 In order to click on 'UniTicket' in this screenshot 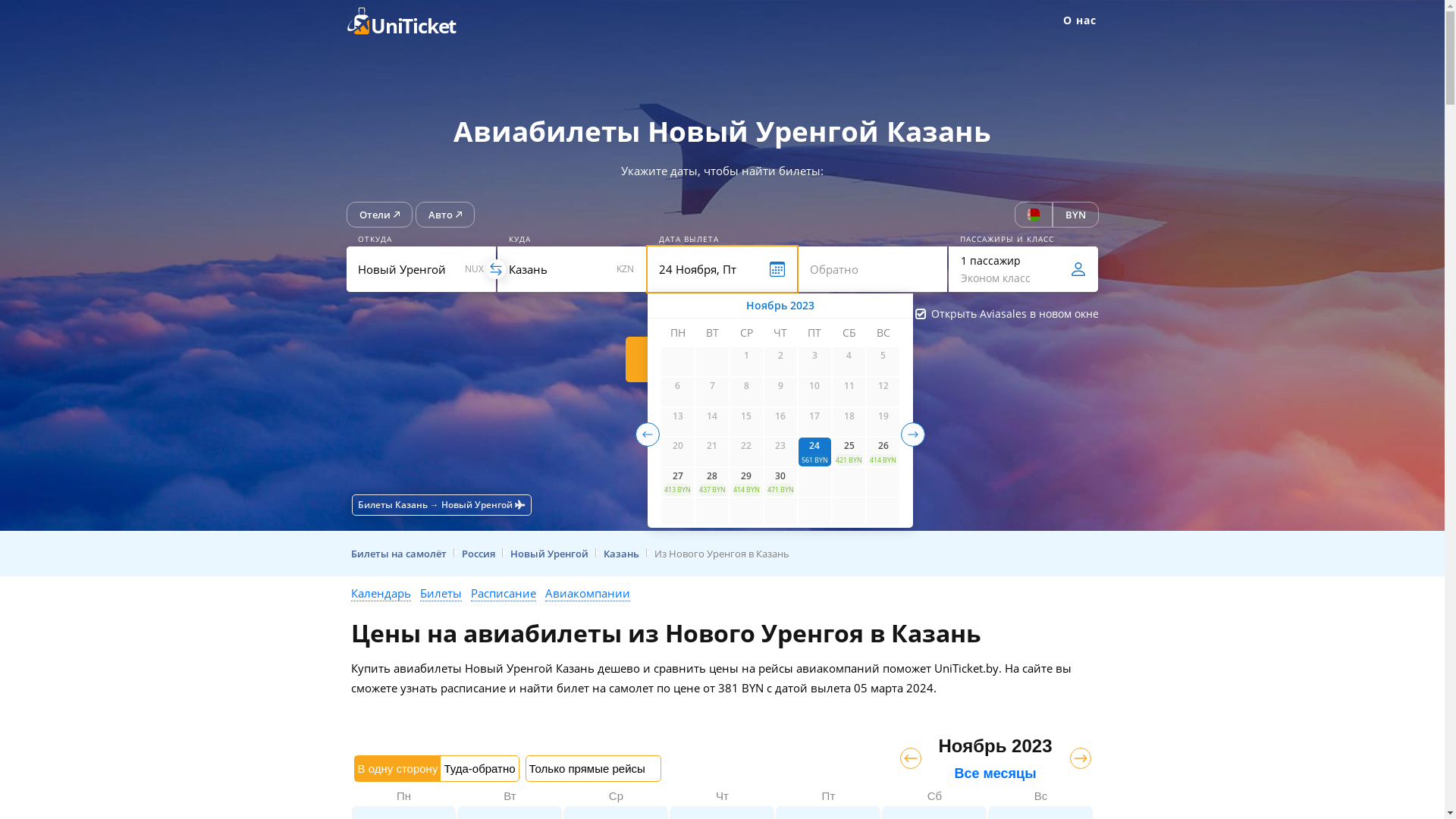, I will do `click(411, 20)`.